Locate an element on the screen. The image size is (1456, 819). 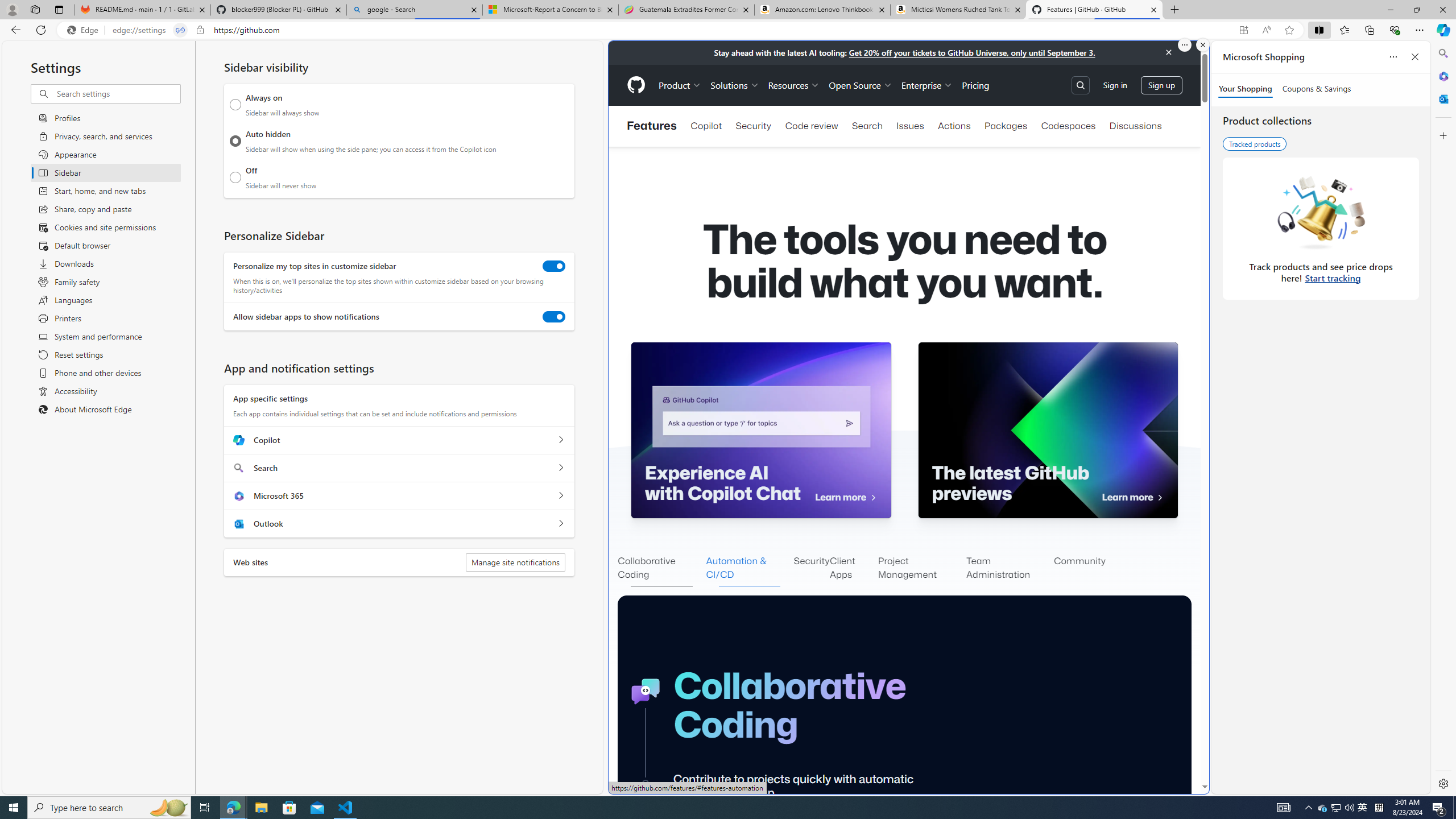
'Product' is located at coordinates (679, 85).